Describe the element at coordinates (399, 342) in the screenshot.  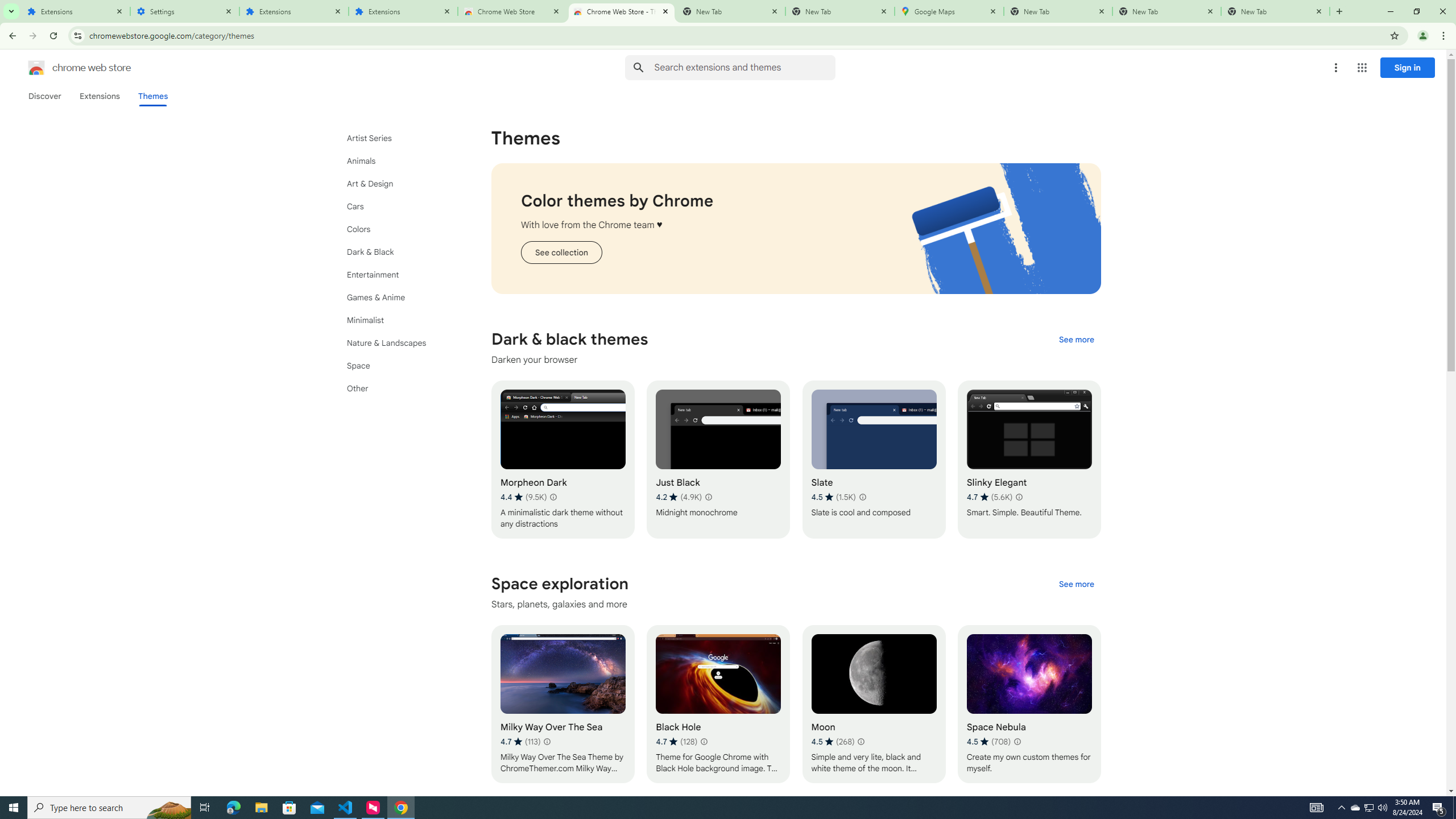
I see `'Nature & Landscapes'` at that location.